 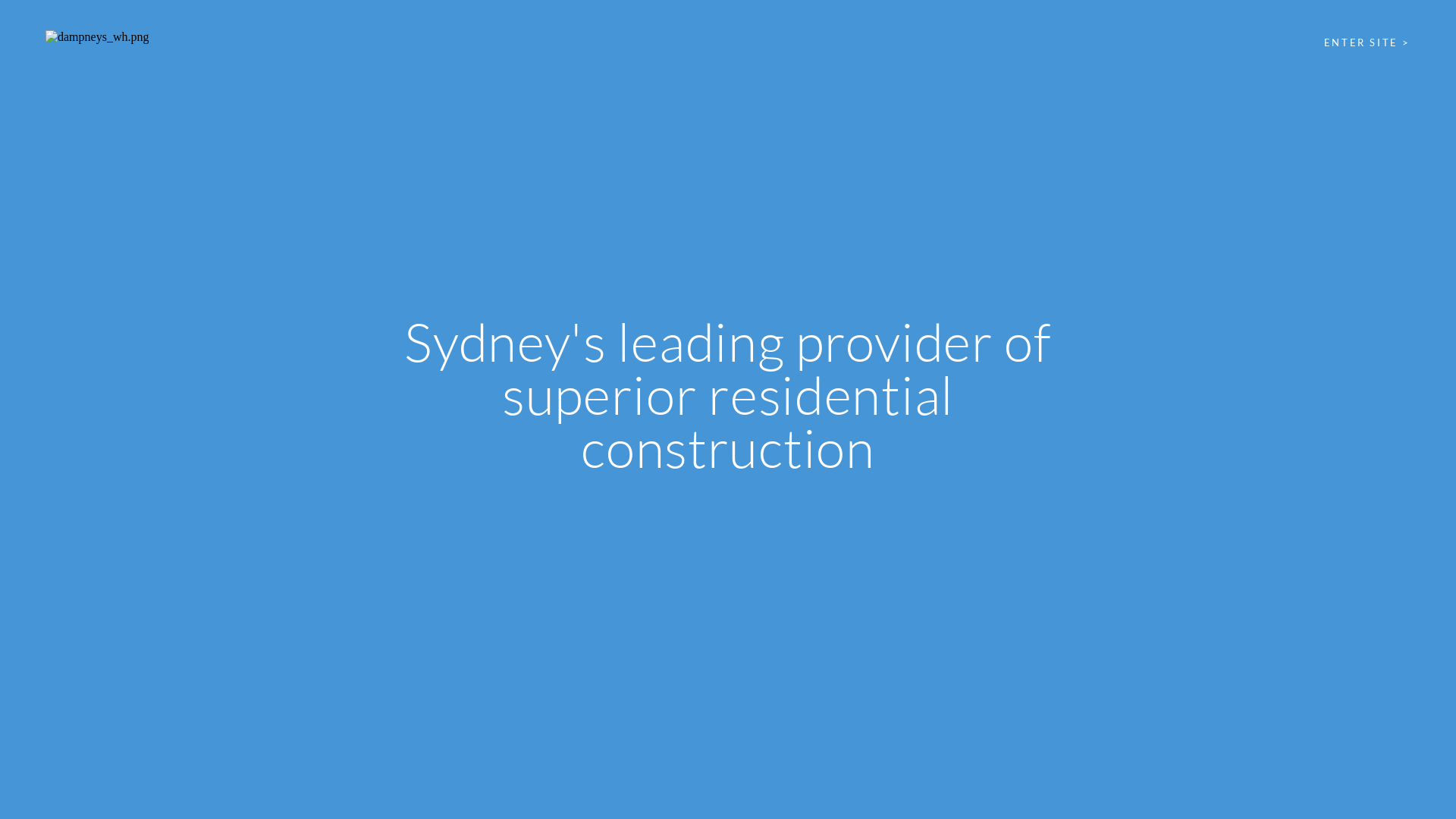 What do you see at coordinates (1367, 42) in the screenshot?
I see `'ENTER SITE >'` at bounding box center [1367, 42].